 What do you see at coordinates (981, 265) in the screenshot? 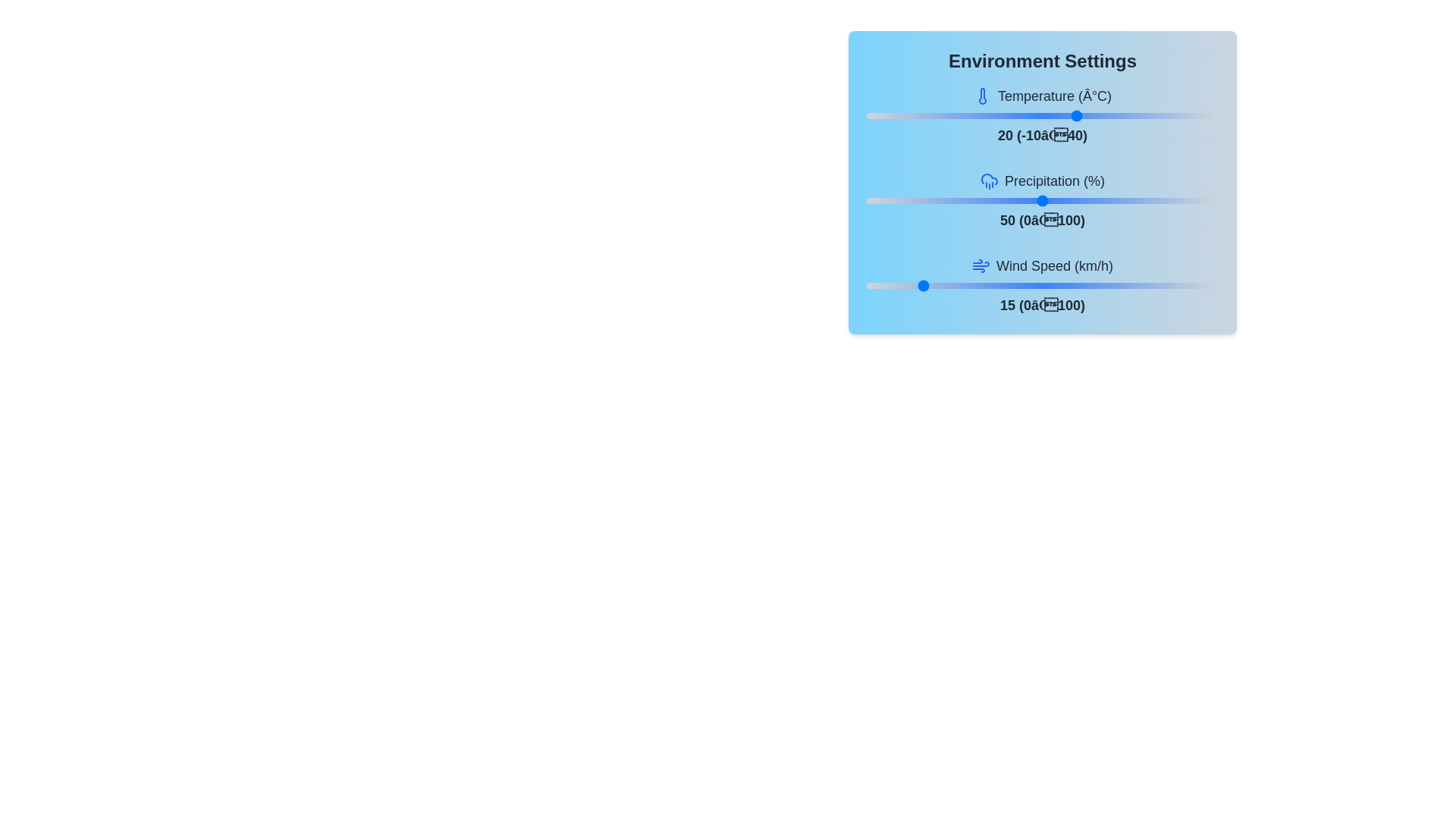
I see `the wind speed icon located to the left of the 'Wind Speed (km/h)' label in the lower part of the 'Environment Settings' card` at bounding box center [981, 265].